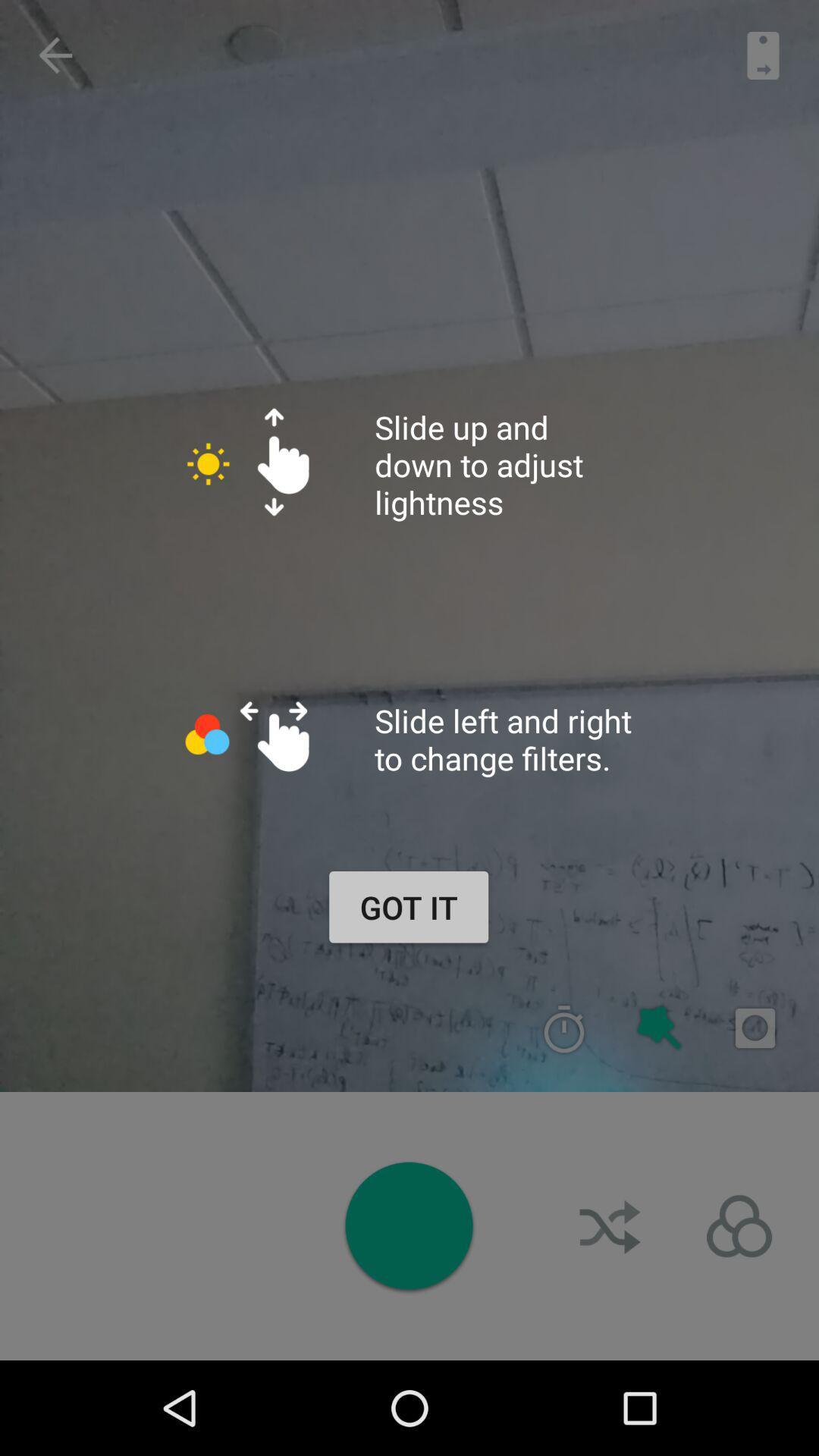 This screenshot has height=1456, width=819. I want to click on the book icon, so click(763, 55).